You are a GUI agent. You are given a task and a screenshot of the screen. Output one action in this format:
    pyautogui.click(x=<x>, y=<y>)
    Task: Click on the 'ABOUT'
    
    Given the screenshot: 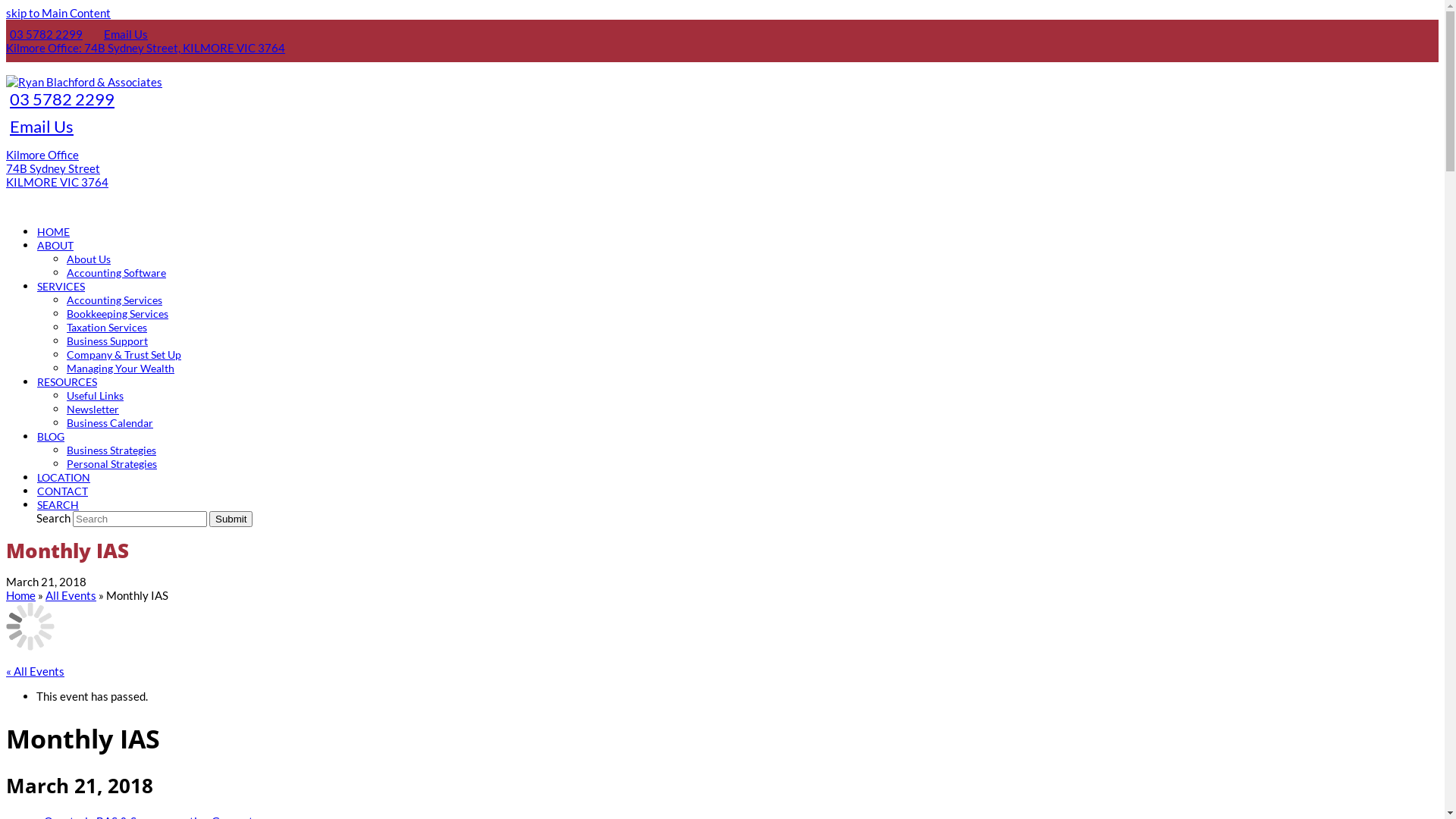 What is the action you would take?
    pyautogui.click(x=55, y=244)
    